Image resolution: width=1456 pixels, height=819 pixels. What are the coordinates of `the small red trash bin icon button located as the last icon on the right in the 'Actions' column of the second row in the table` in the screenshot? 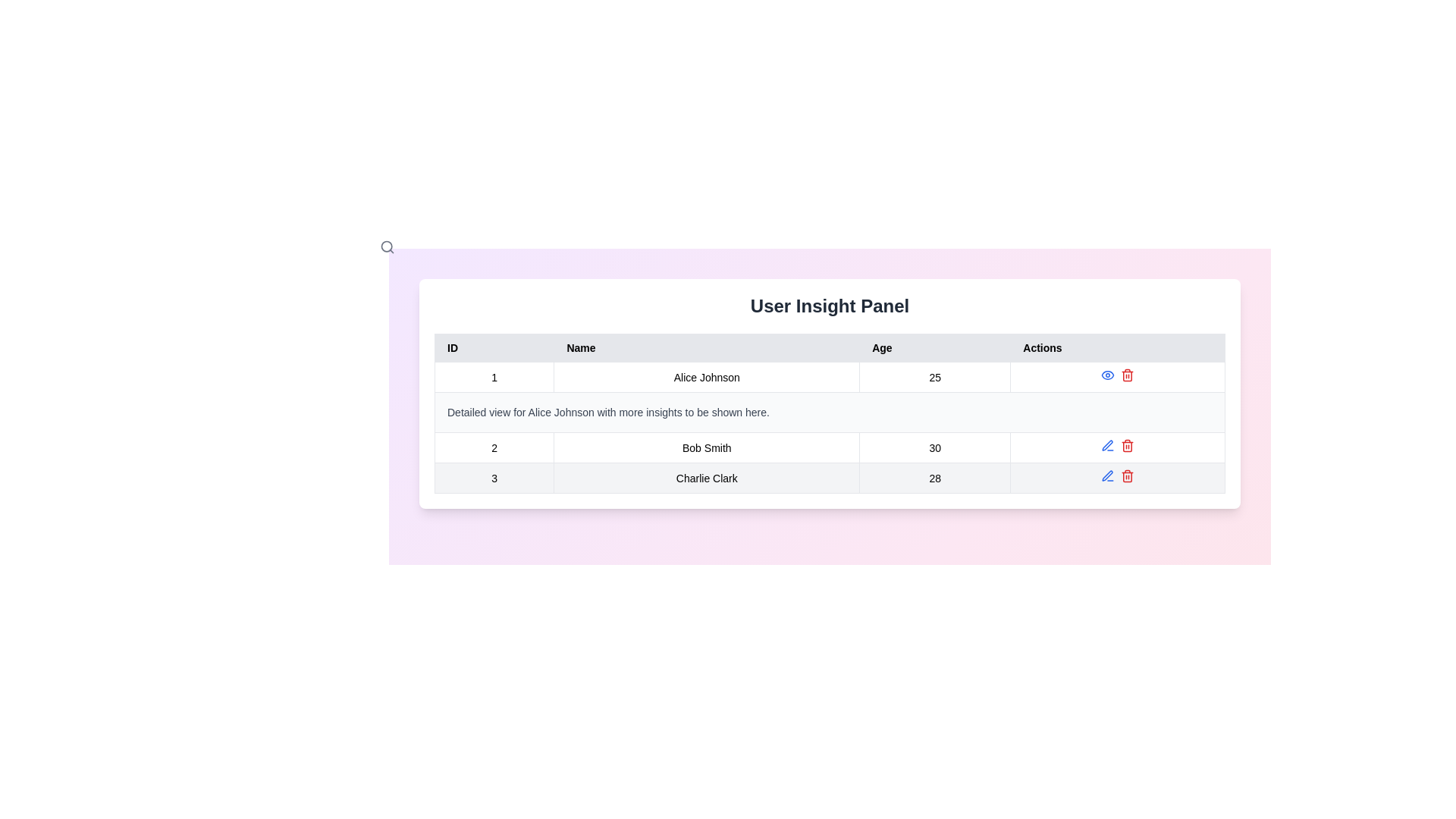 It's located at (1128, 444).